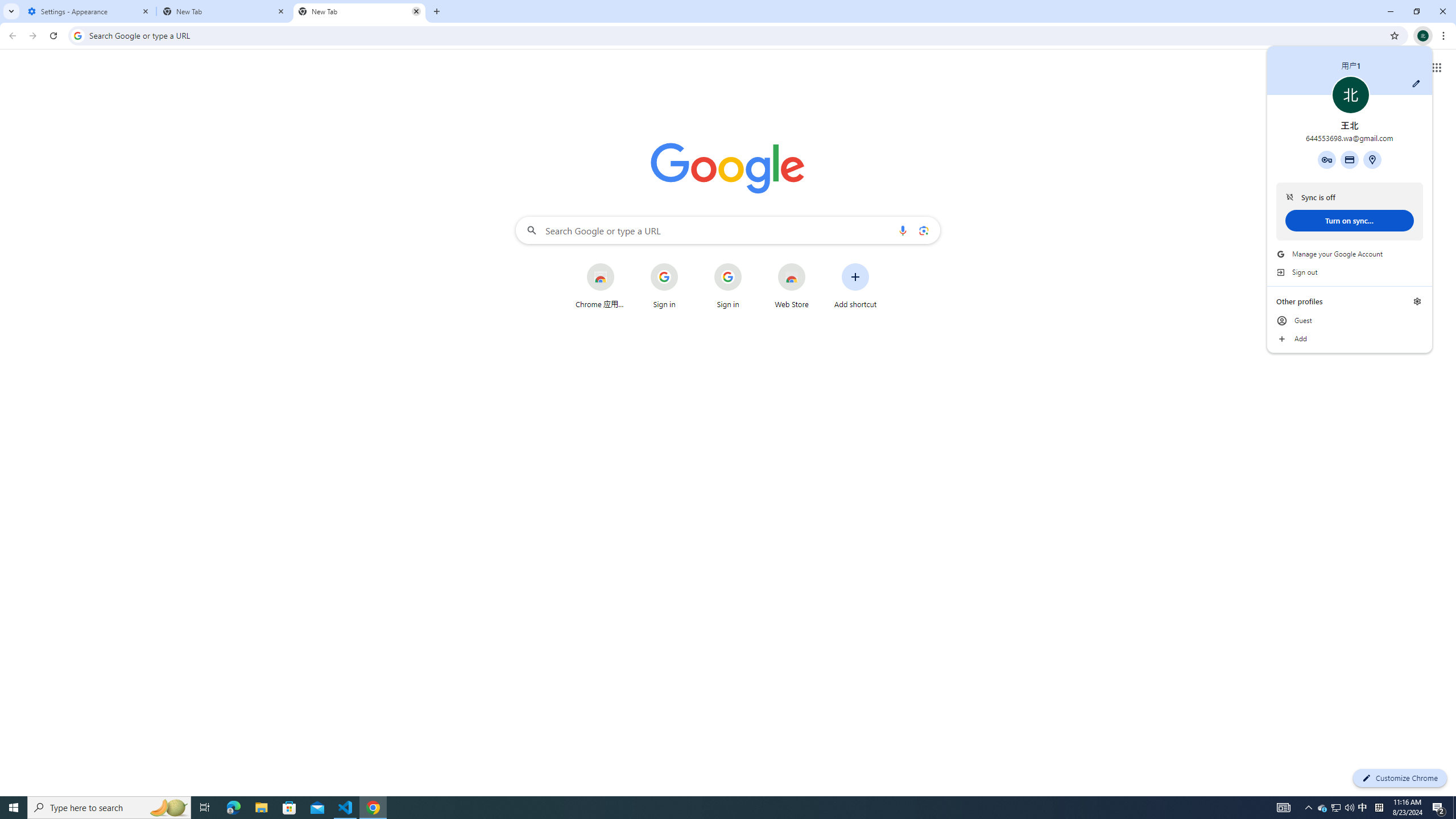  What do you see at coordinates (1363, 806) in the screenshot?
I see `'Tray Input Indicator - Chinese (Simplified, China)'` at bounding box center [1363, 806].